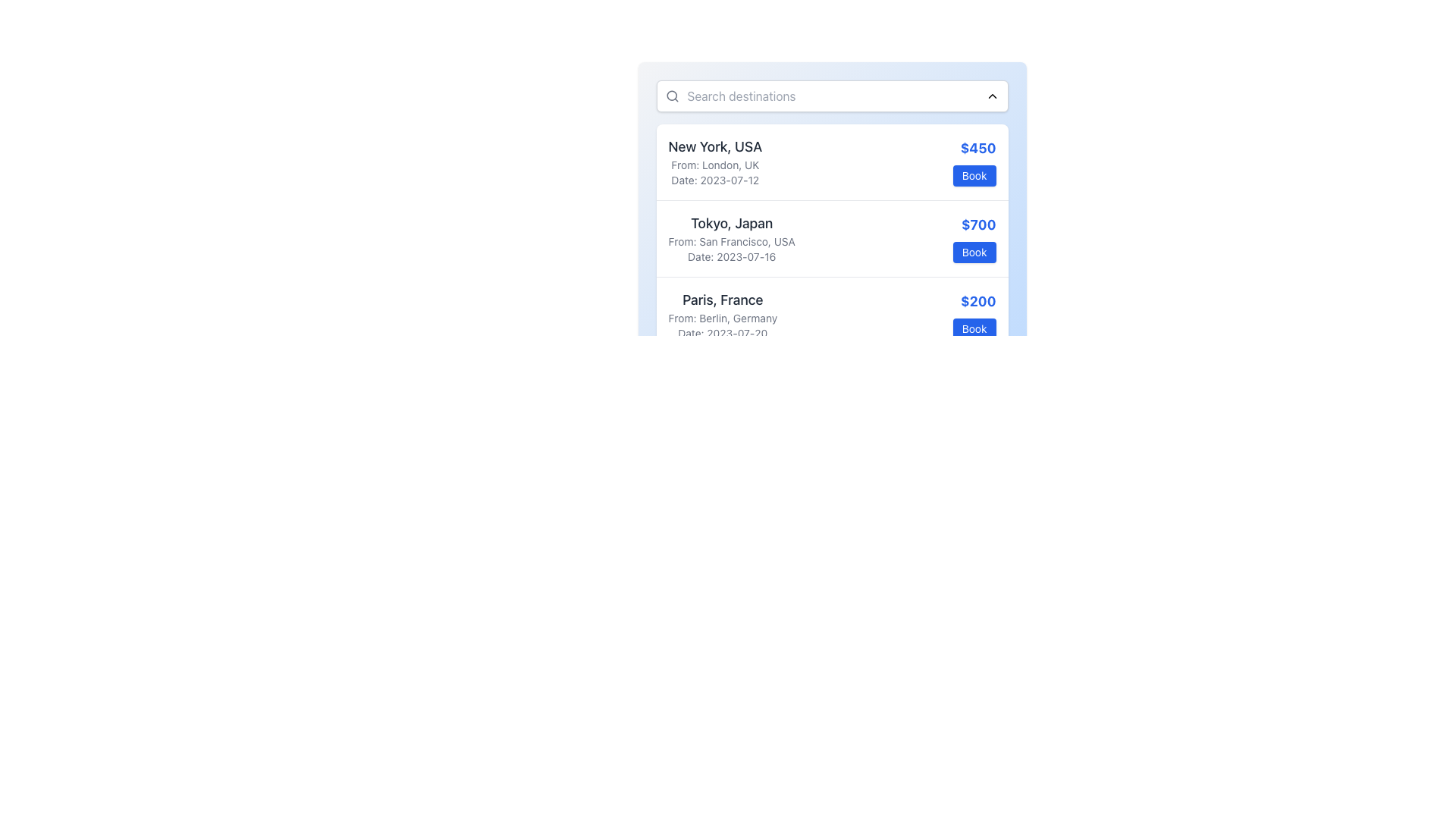 The height and width of the screenshot is (819, 1456). I want to click on the text label providing contextual information about the origin of a travel route, located below 'Tokyo, Japan' and above 'Date: 2023-07-16', so click(732, 241).